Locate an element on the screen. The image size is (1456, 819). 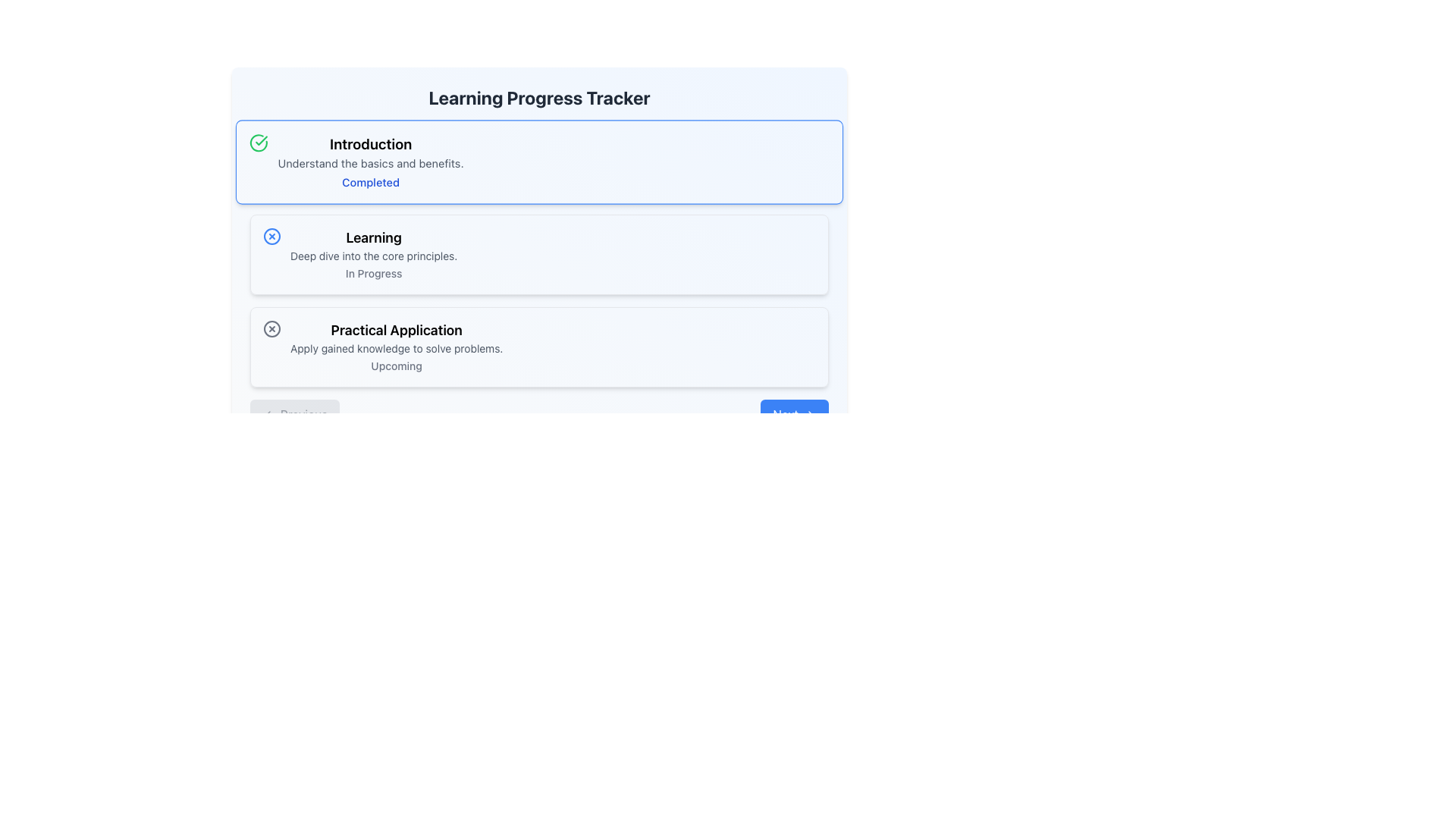
the text label displaying 'Completed' in blue color, located in the 'Introduction' section is located at coordinates (371, 180).